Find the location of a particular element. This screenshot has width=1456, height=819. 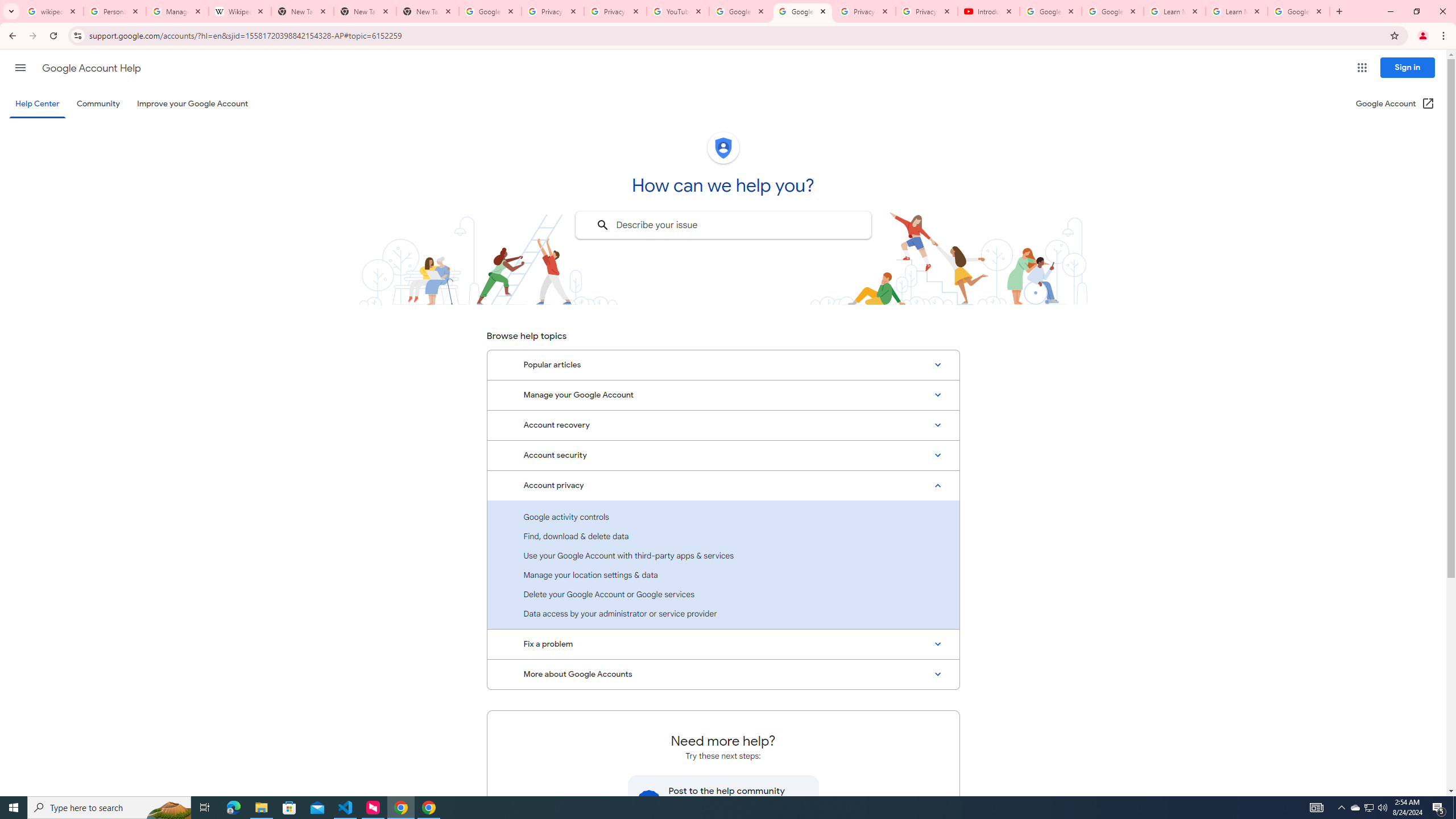

'Account security' is located at coordinates (723, 455).